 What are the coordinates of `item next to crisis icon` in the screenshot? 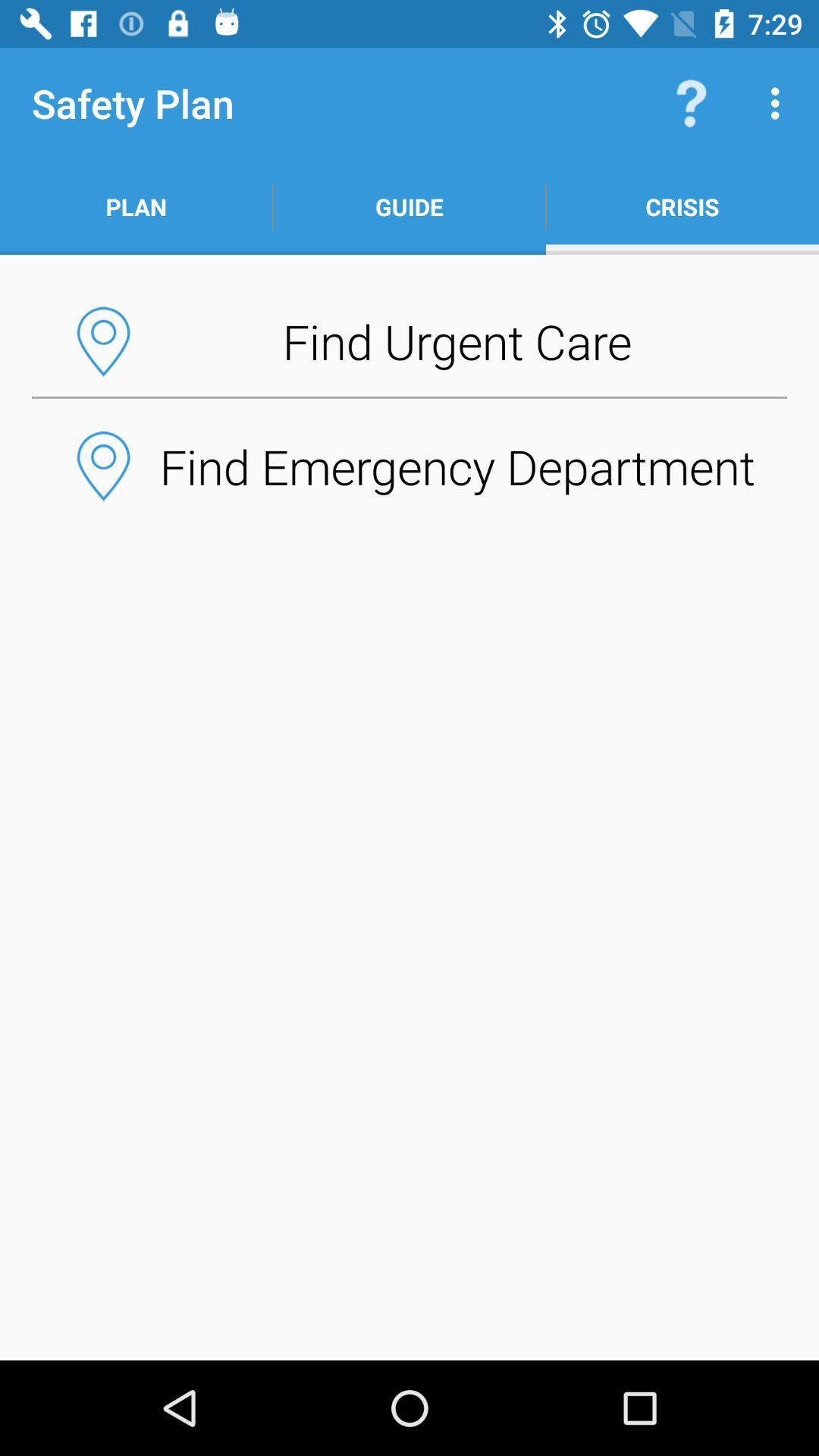 It's located at (409, 206).